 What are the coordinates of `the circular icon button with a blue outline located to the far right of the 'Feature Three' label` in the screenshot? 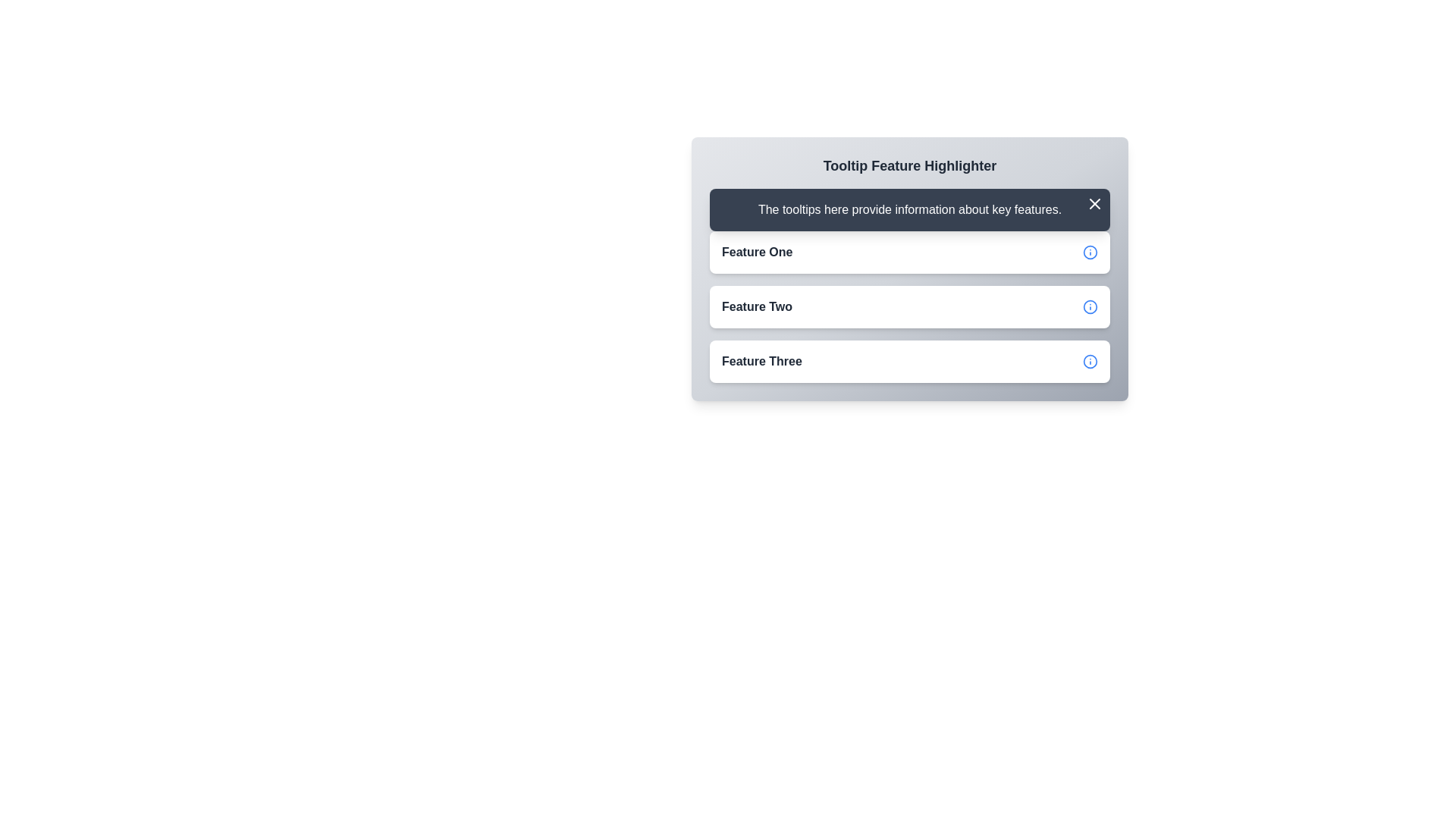 It's located at (1090, 362).